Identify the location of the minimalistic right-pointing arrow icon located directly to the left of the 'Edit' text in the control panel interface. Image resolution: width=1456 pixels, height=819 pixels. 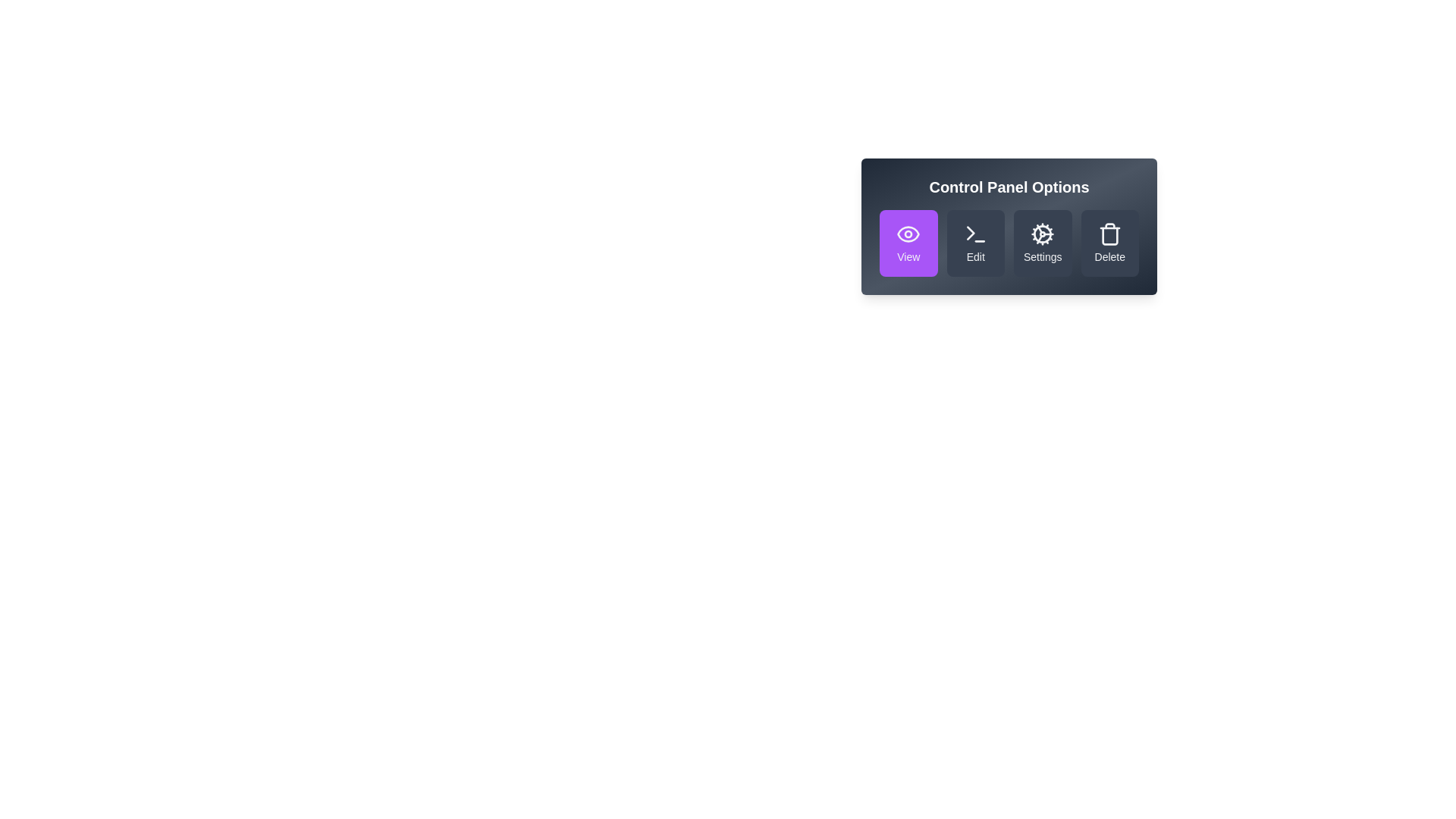
(971, 233).